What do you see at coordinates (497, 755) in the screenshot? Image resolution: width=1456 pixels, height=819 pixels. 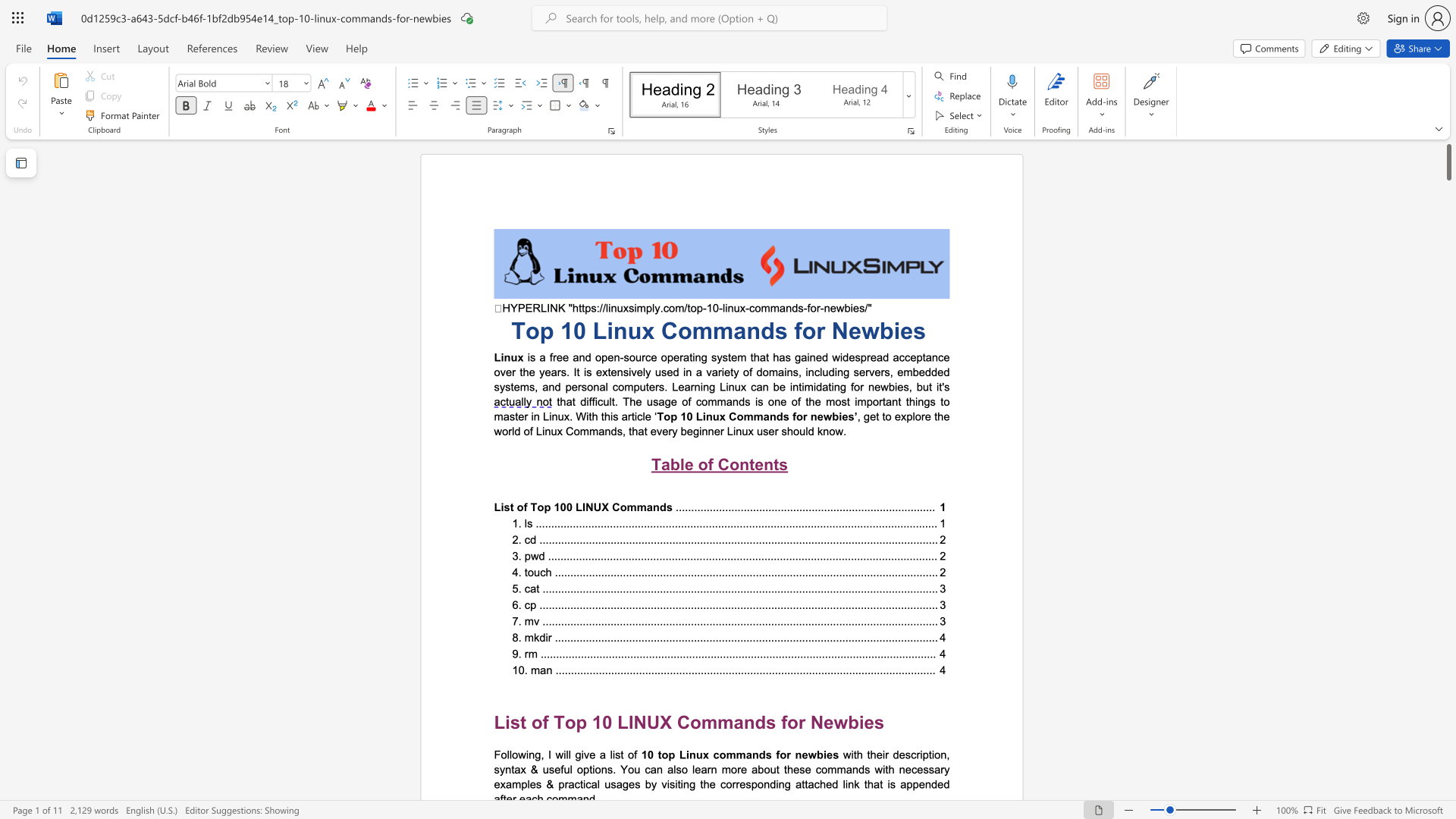 I see `the 1th character "F" in the text` at bounding box center [497, 755].